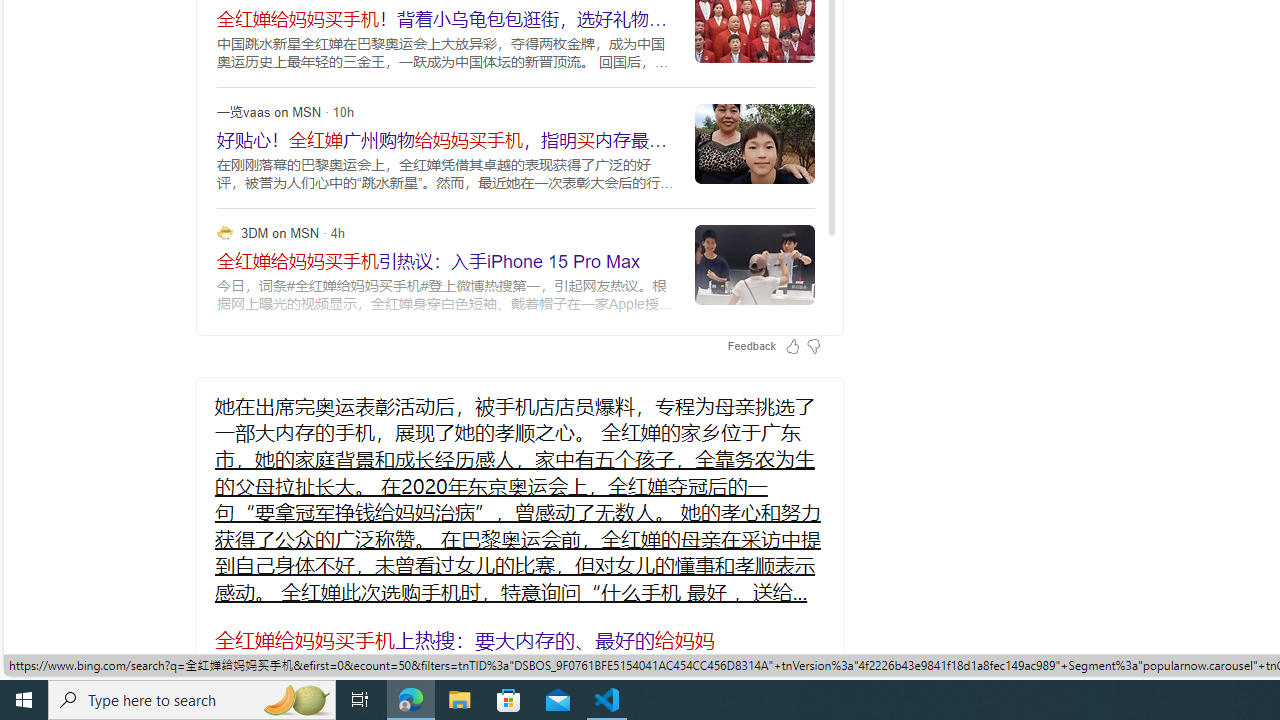  I want to click on 'Feedback Like', so click(791, 344).